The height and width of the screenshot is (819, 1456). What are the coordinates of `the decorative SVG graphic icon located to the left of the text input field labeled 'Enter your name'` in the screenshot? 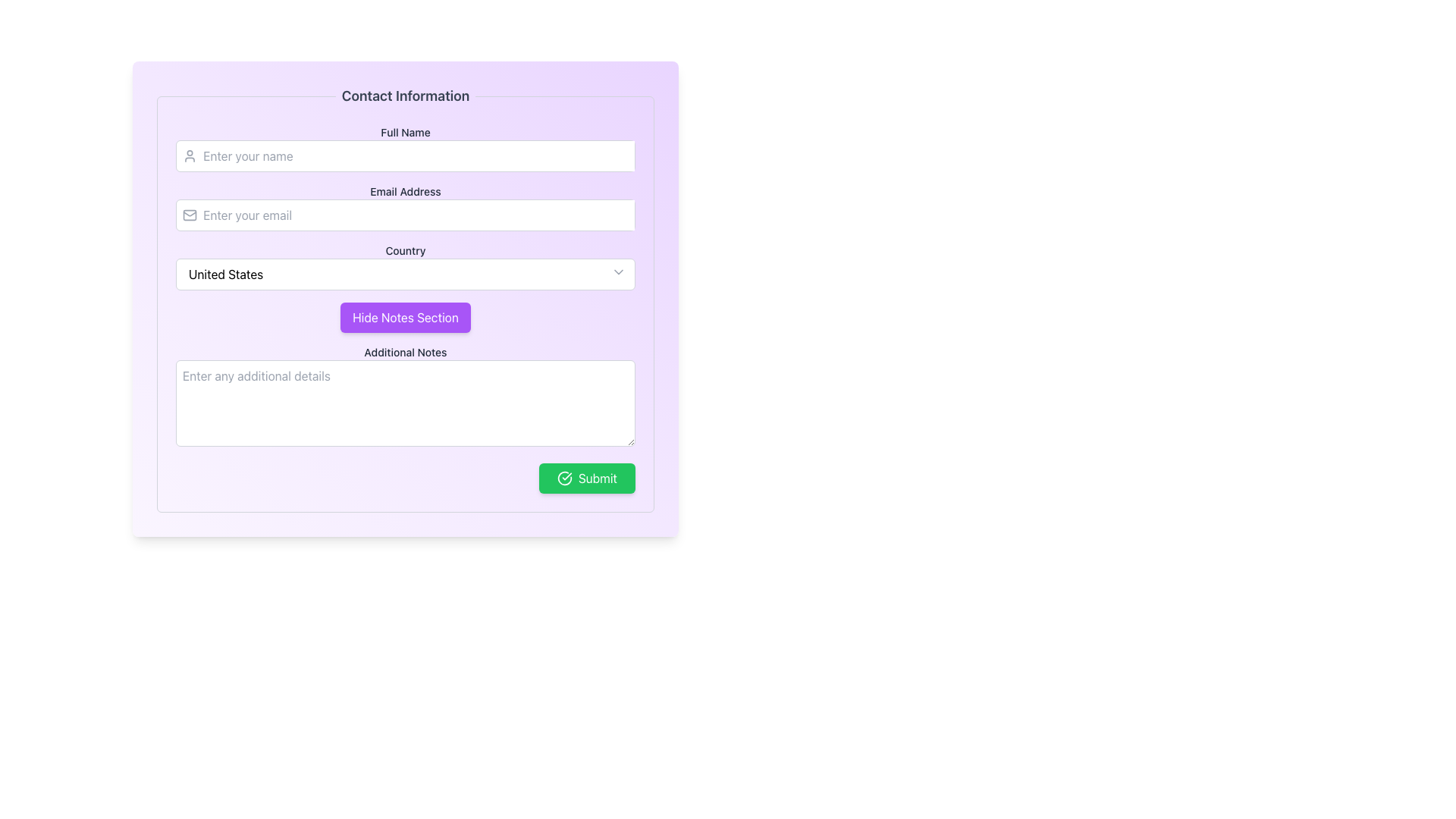 It's located at (189, 155).